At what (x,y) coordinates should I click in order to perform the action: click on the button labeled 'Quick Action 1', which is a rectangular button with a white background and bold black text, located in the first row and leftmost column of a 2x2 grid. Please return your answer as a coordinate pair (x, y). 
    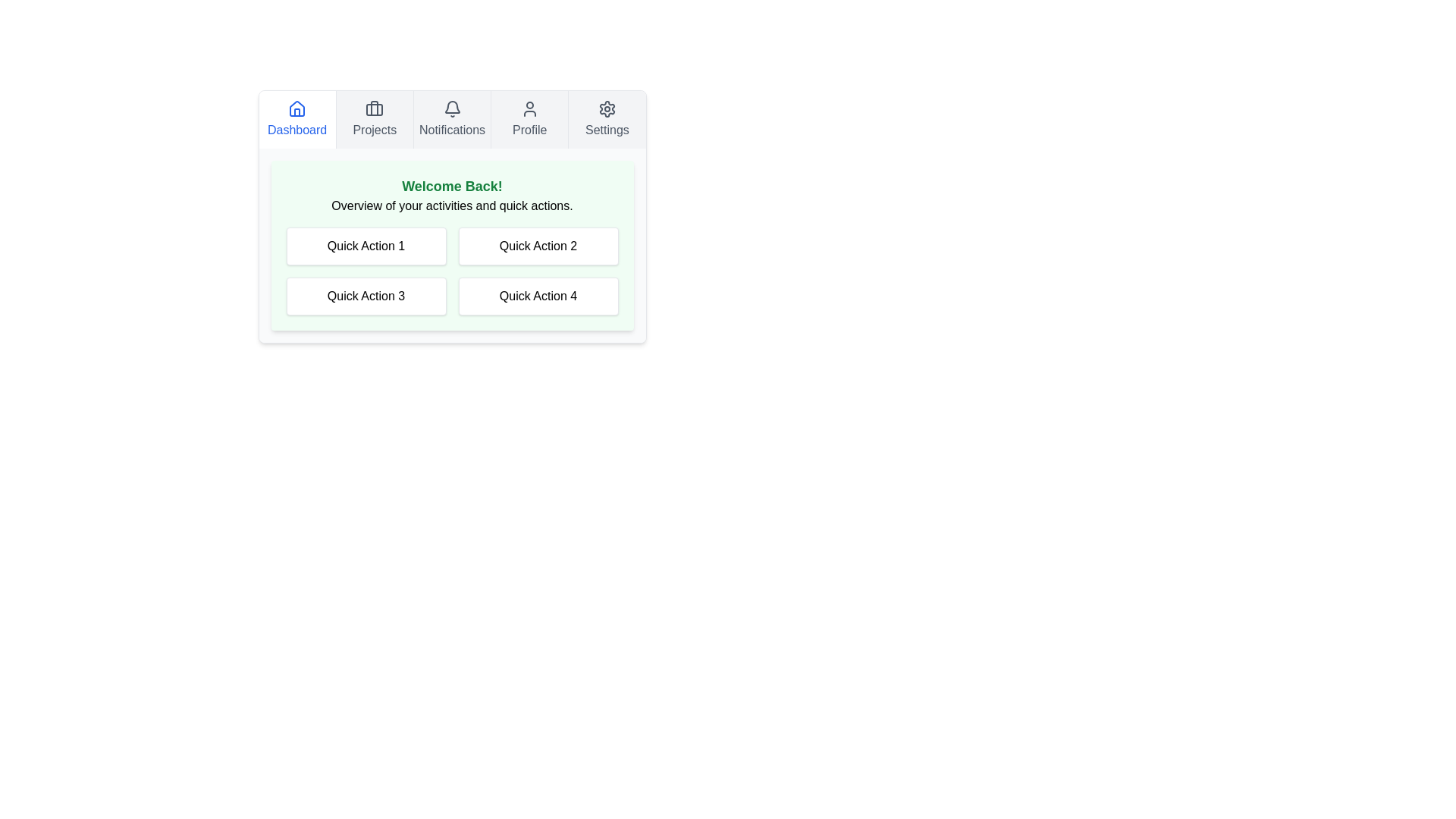
    Looking at the image, I should click on (366, 245).